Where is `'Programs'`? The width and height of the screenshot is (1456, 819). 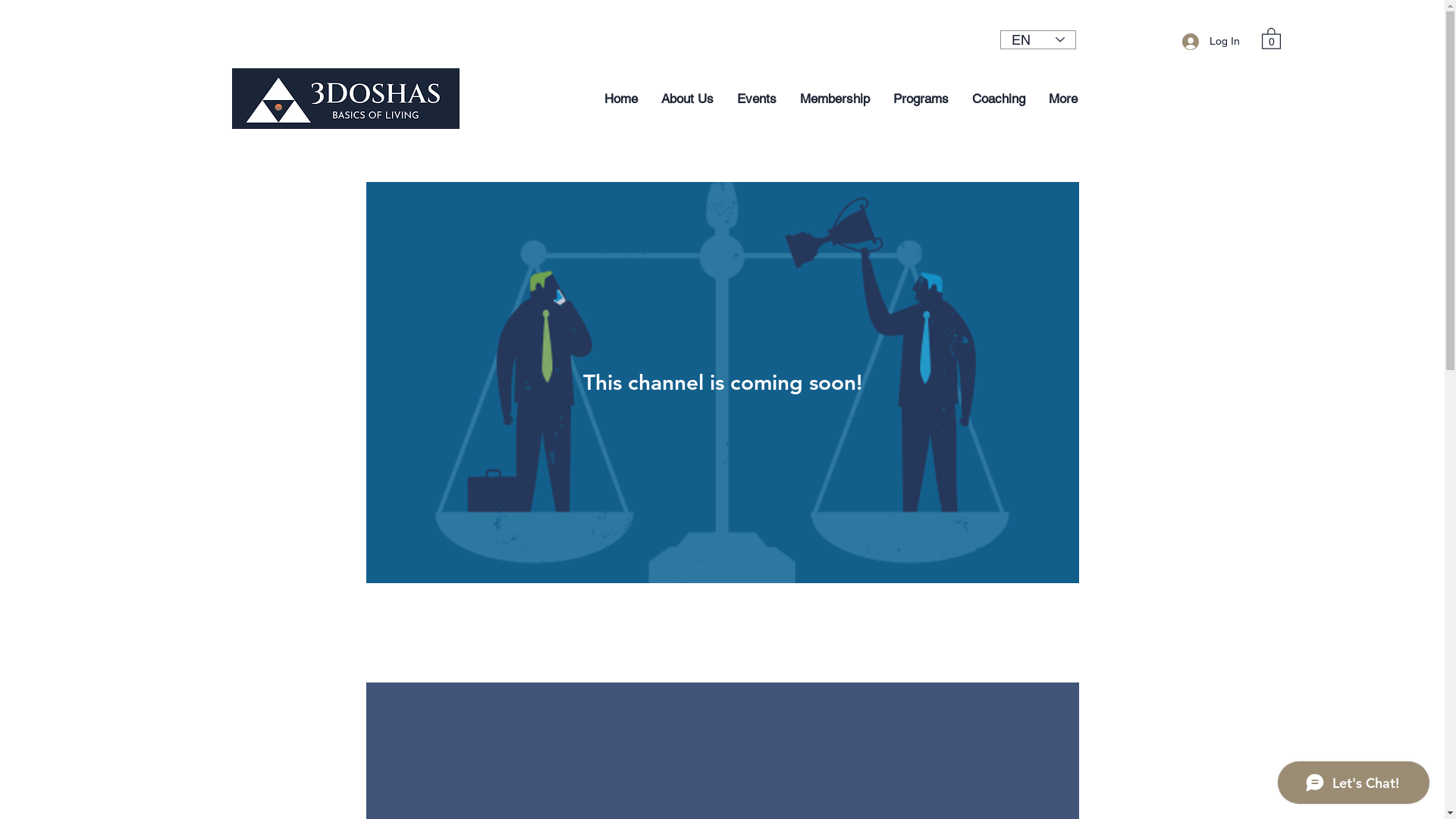
'Programs' is located at coordinates (920, 99).